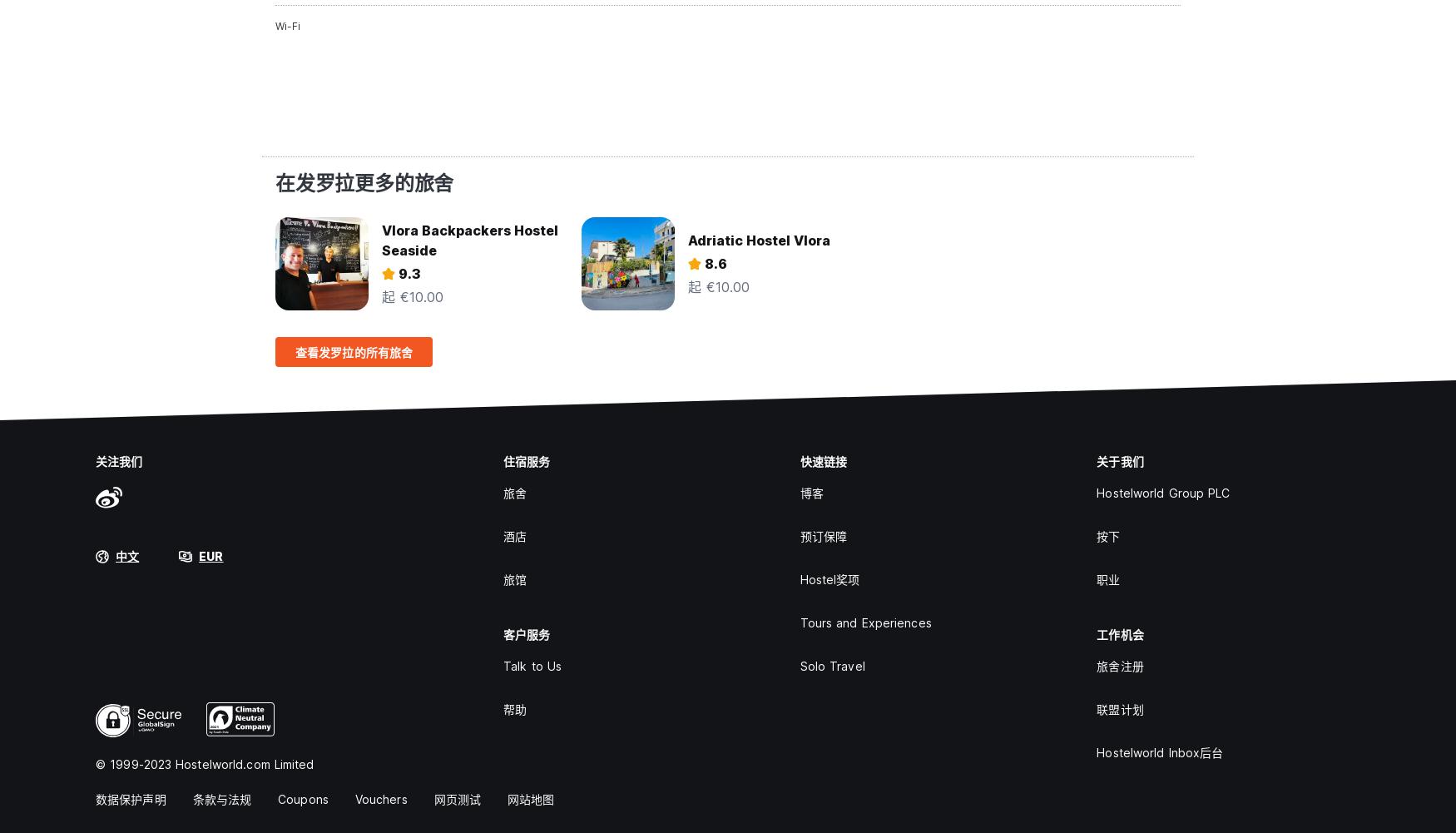  I want to click on '9.3', so click(409, 274).